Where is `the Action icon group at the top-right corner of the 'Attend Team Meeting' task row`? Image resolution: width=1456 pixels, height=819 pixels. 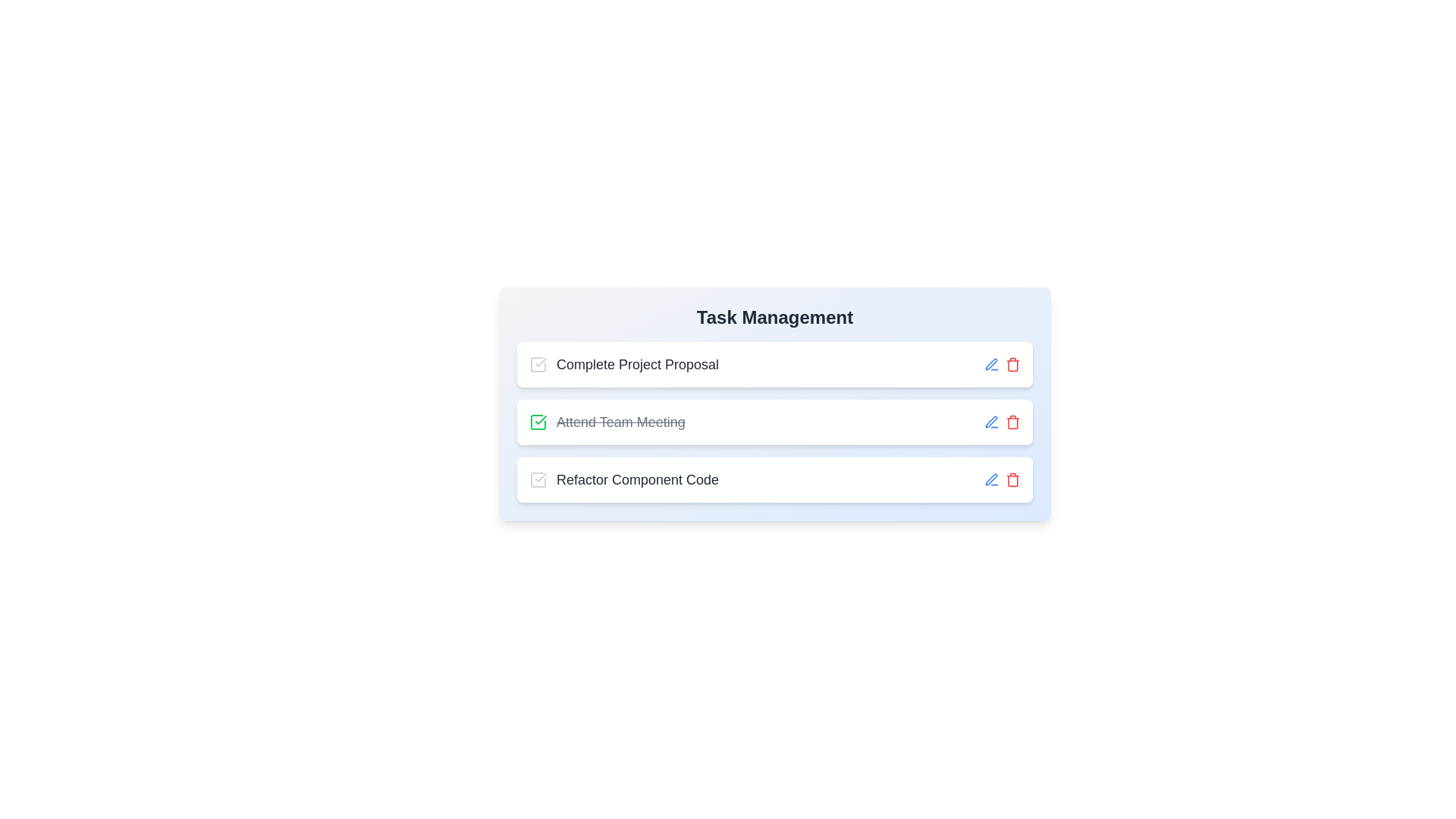 the Action icon group at the top-right corner of the 'Attend Team Meeting' task row is located at coordinates (1002, 422).